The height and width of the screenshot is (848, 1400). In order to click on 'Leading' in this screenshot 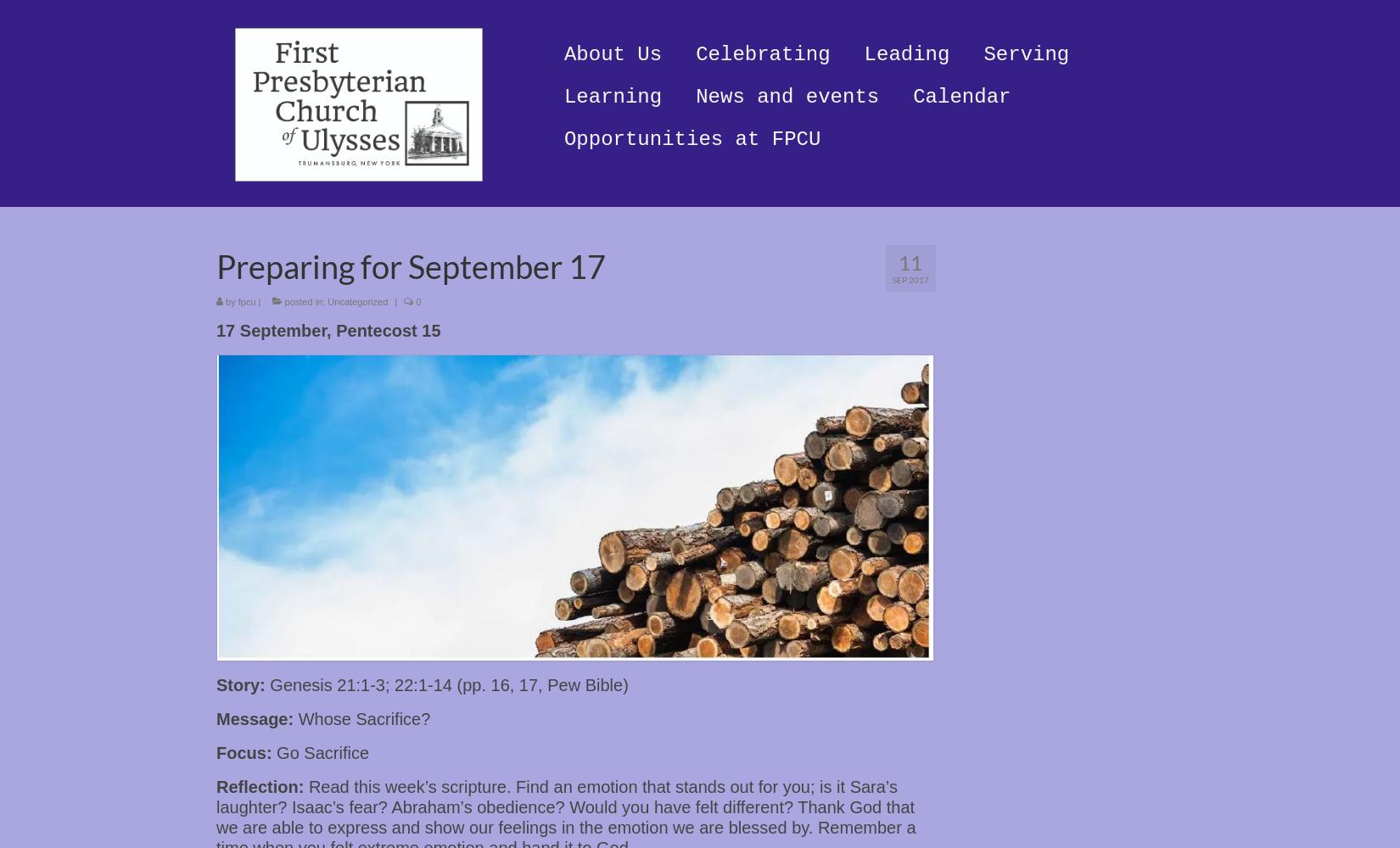, I will do `click(906, 53)`.